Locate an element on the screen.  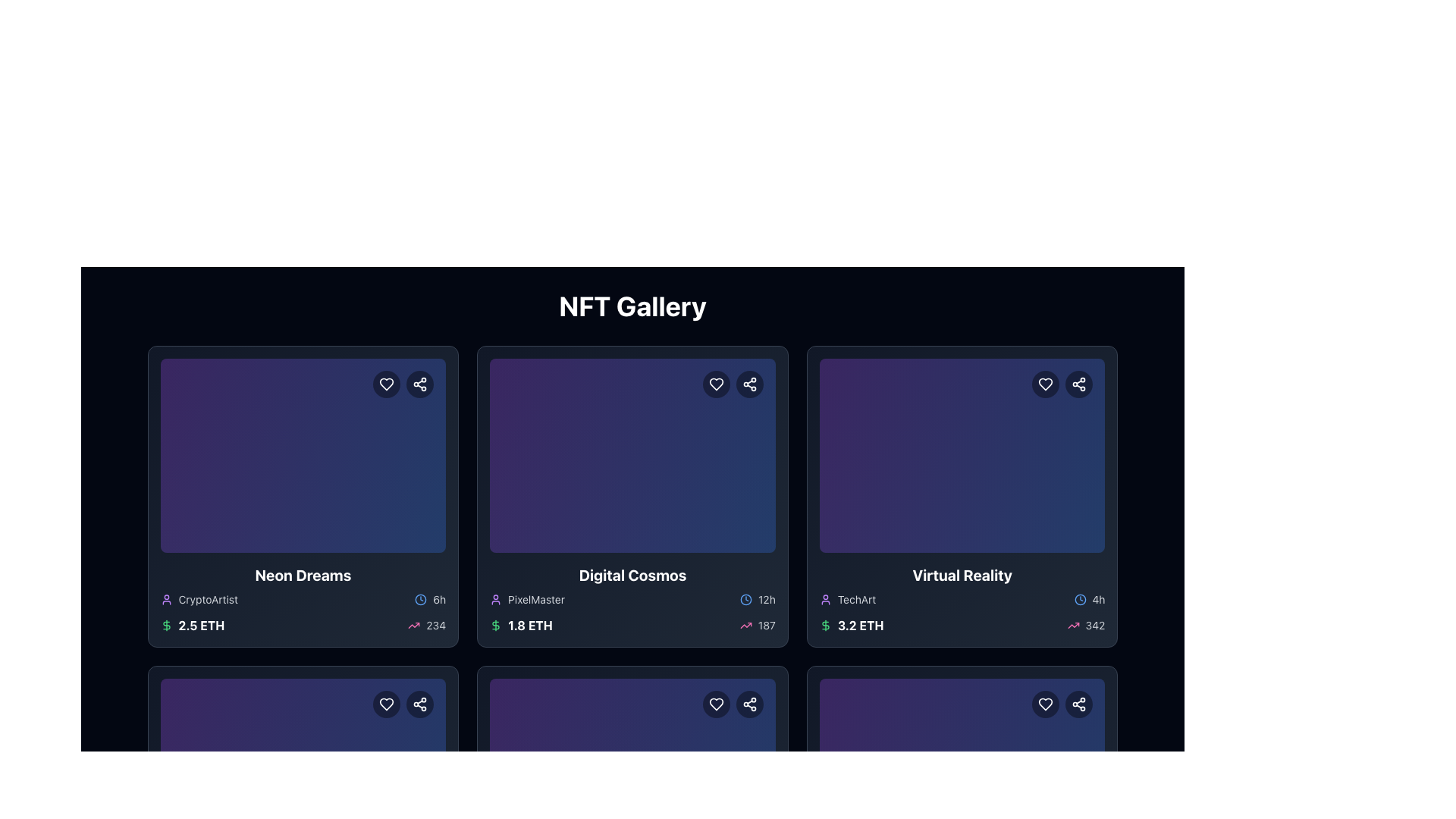
the static text label displaying the name or title of a creator or contributor located within the 'Virtual Reality' card, positioned to the right of the avatar icon is located at coordinates (857, 598).